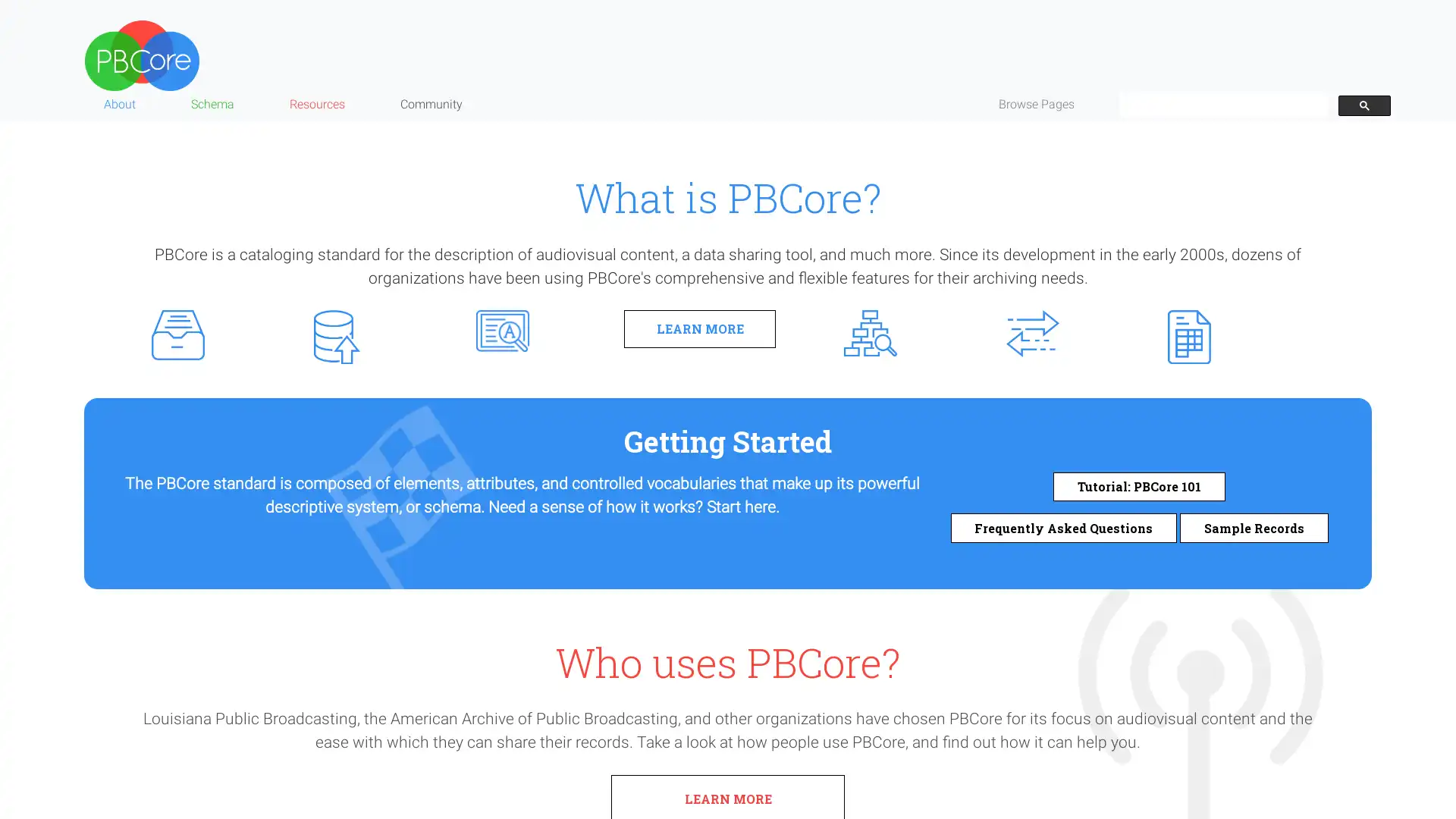  I want to click on search, so click(1364, 104).